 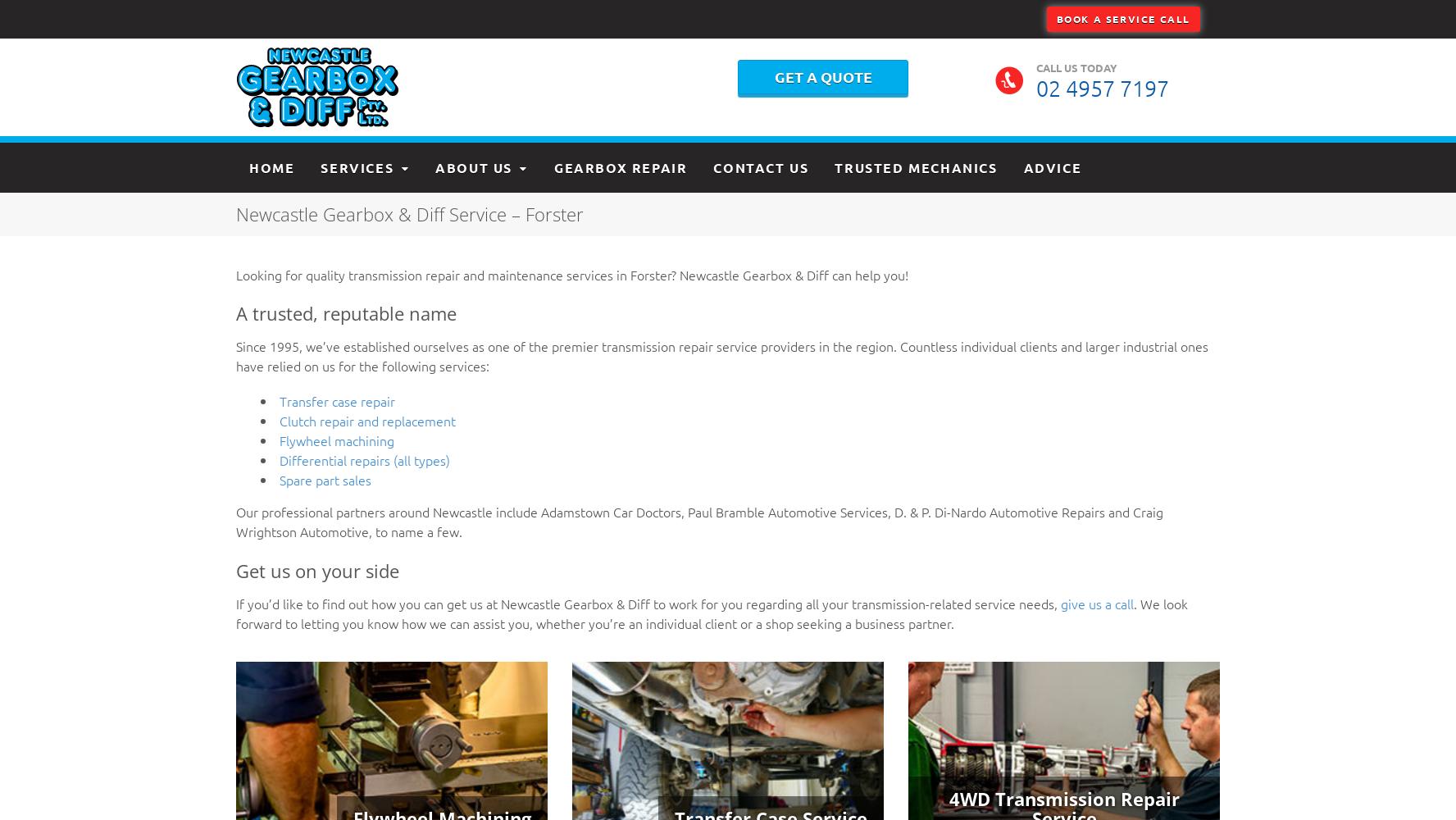 What do you see at coordinates (1096, 602) in the screenshot?
I see `'give us a call'` at bounding box center [1096, 602].